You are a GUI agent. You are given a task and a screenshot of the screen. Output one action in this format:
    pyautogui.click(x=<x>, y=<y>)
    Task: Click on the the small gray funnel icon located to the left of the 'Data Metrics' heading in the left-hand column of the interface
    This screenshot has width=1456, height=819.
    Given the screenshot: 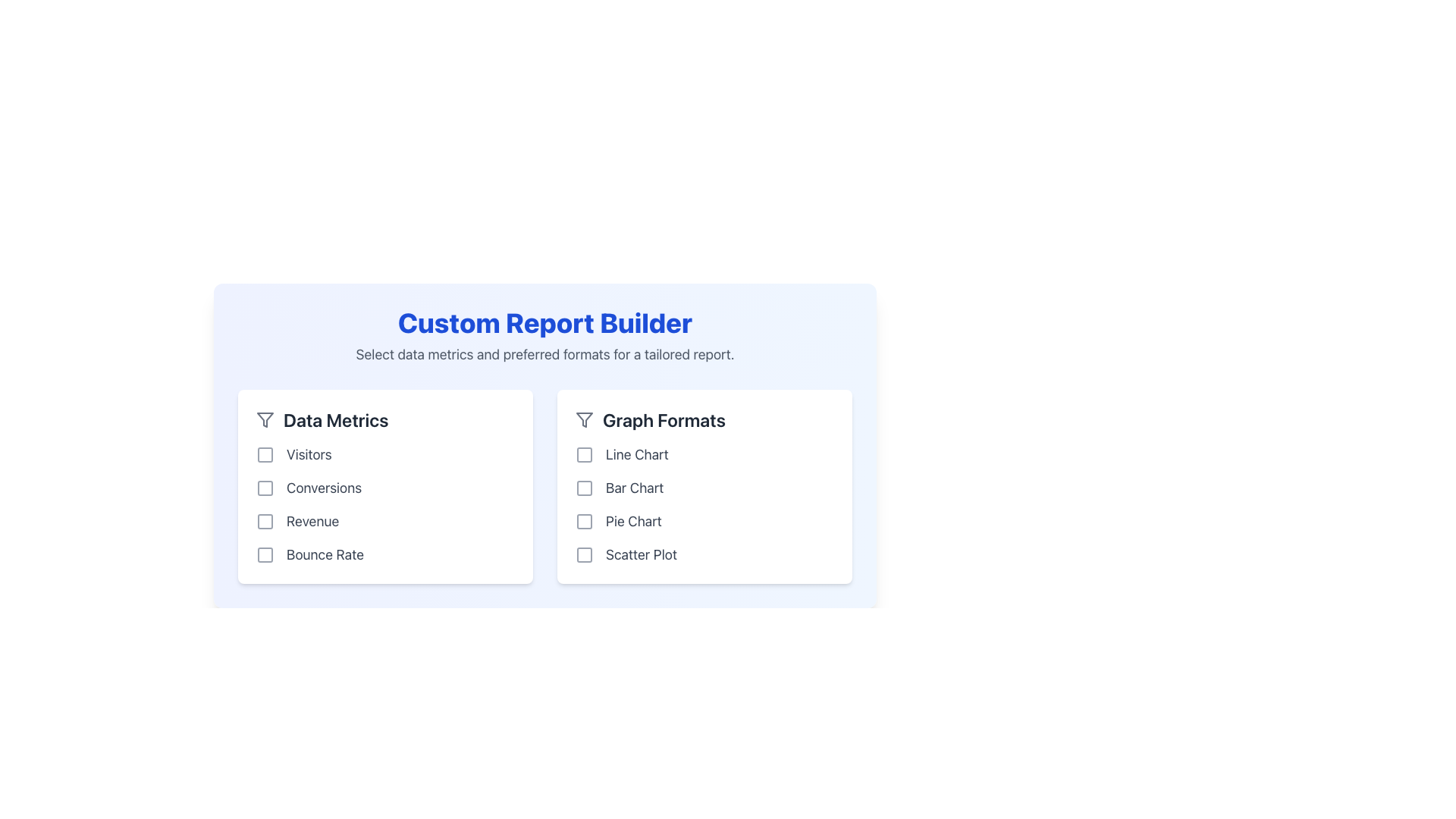 What is the action you would take?
    pyautogui.click(x=265, y=420)
    